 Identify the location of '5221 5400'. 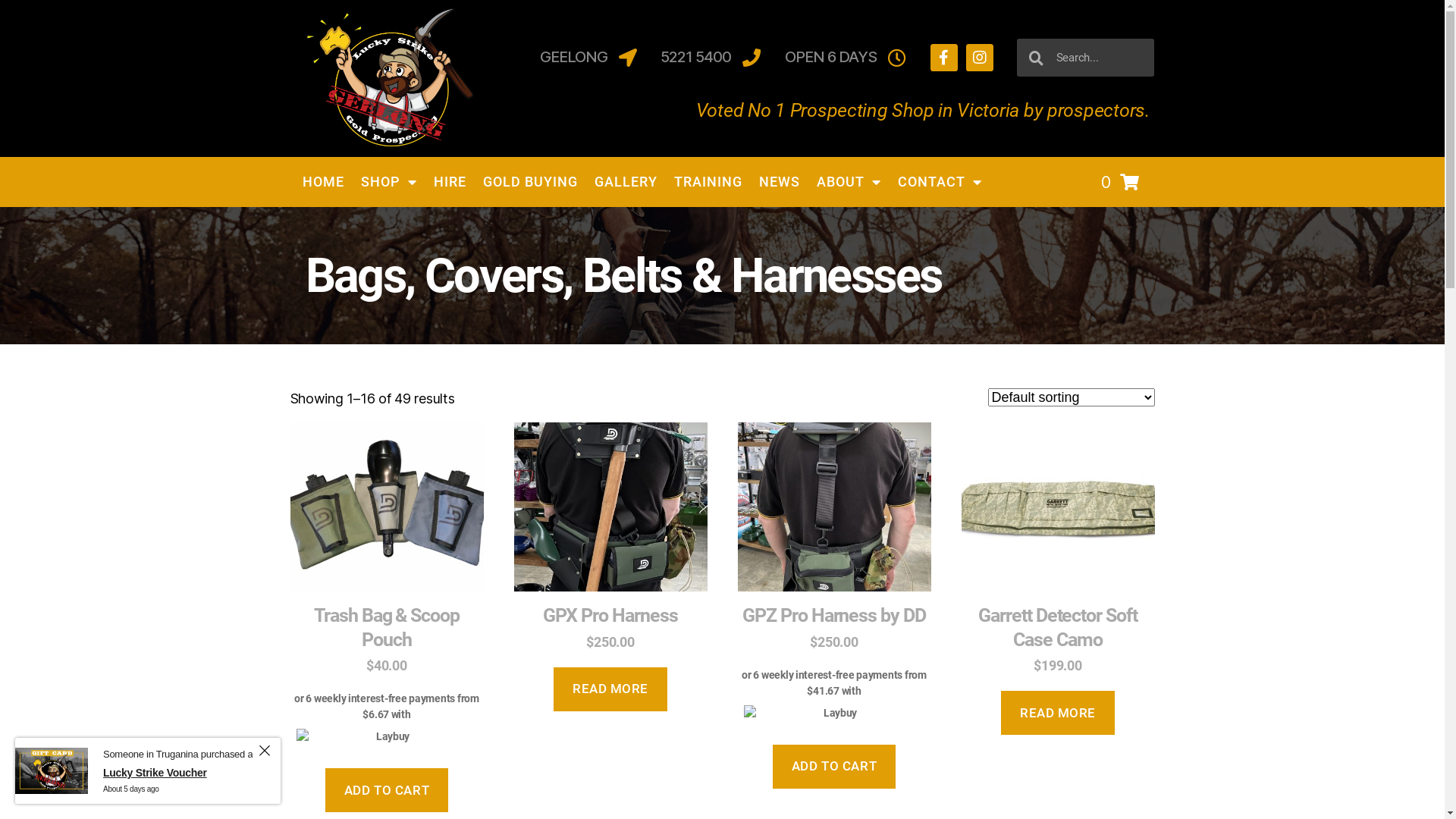
(709, 57).